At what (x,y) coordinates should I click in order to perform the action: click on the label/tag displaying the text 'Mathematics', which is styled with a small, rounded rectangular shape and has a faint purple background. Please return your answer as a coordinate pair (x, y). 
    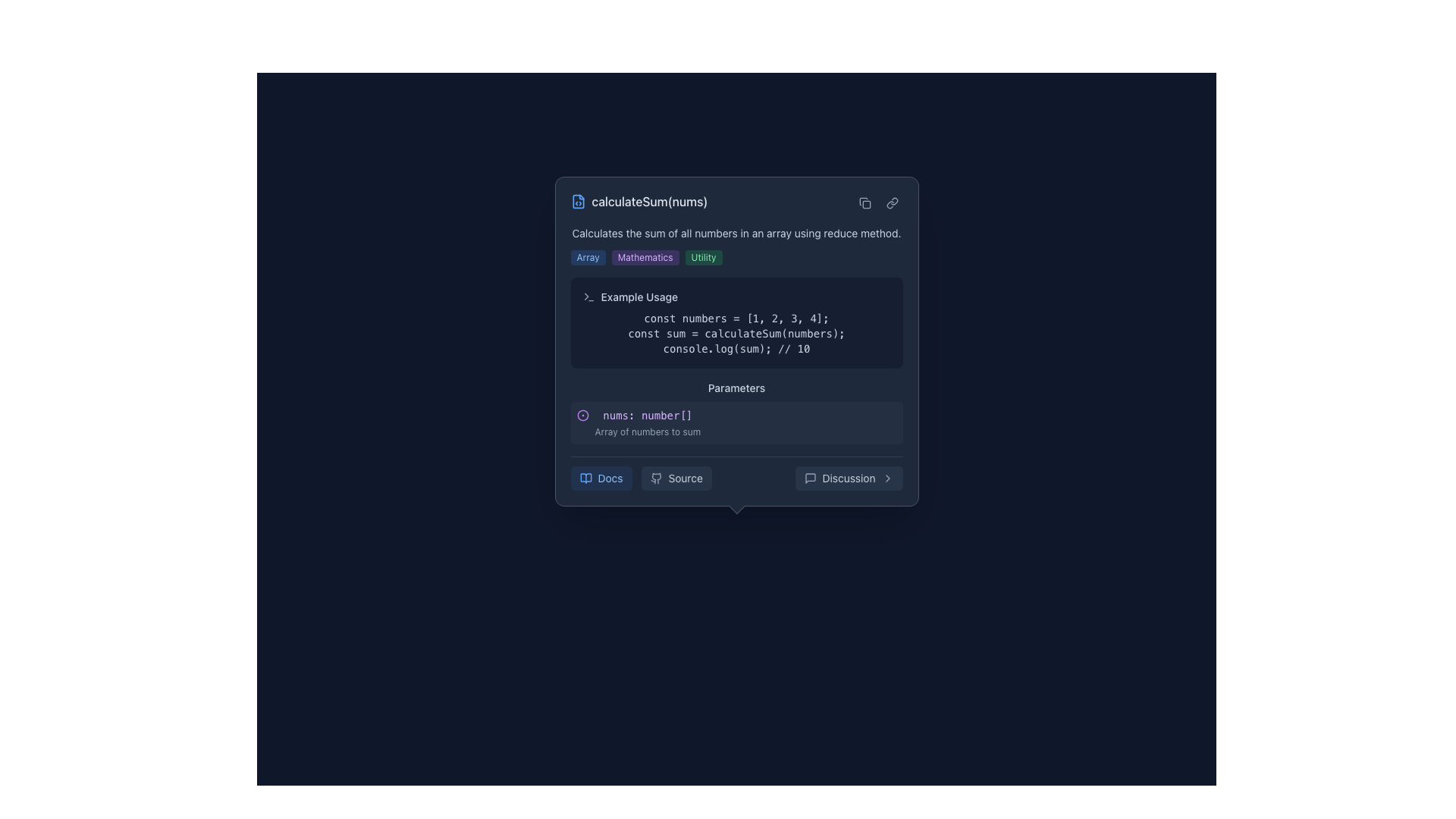
    Looking at the image, I should click on (645, 256).